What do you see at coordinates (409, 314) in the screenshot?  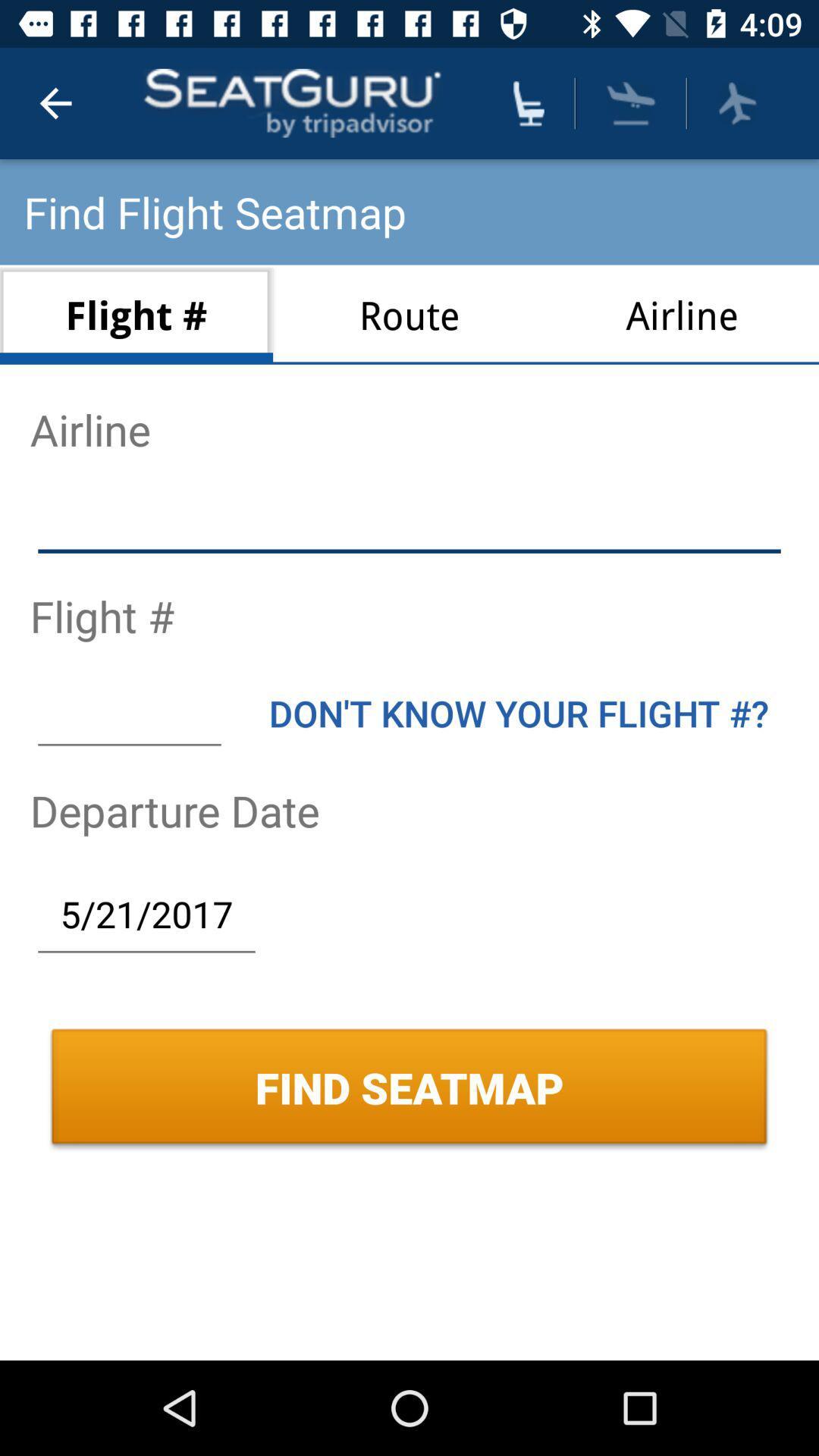 I see `item to the left of airline icon` at bounding box center [409, 314].